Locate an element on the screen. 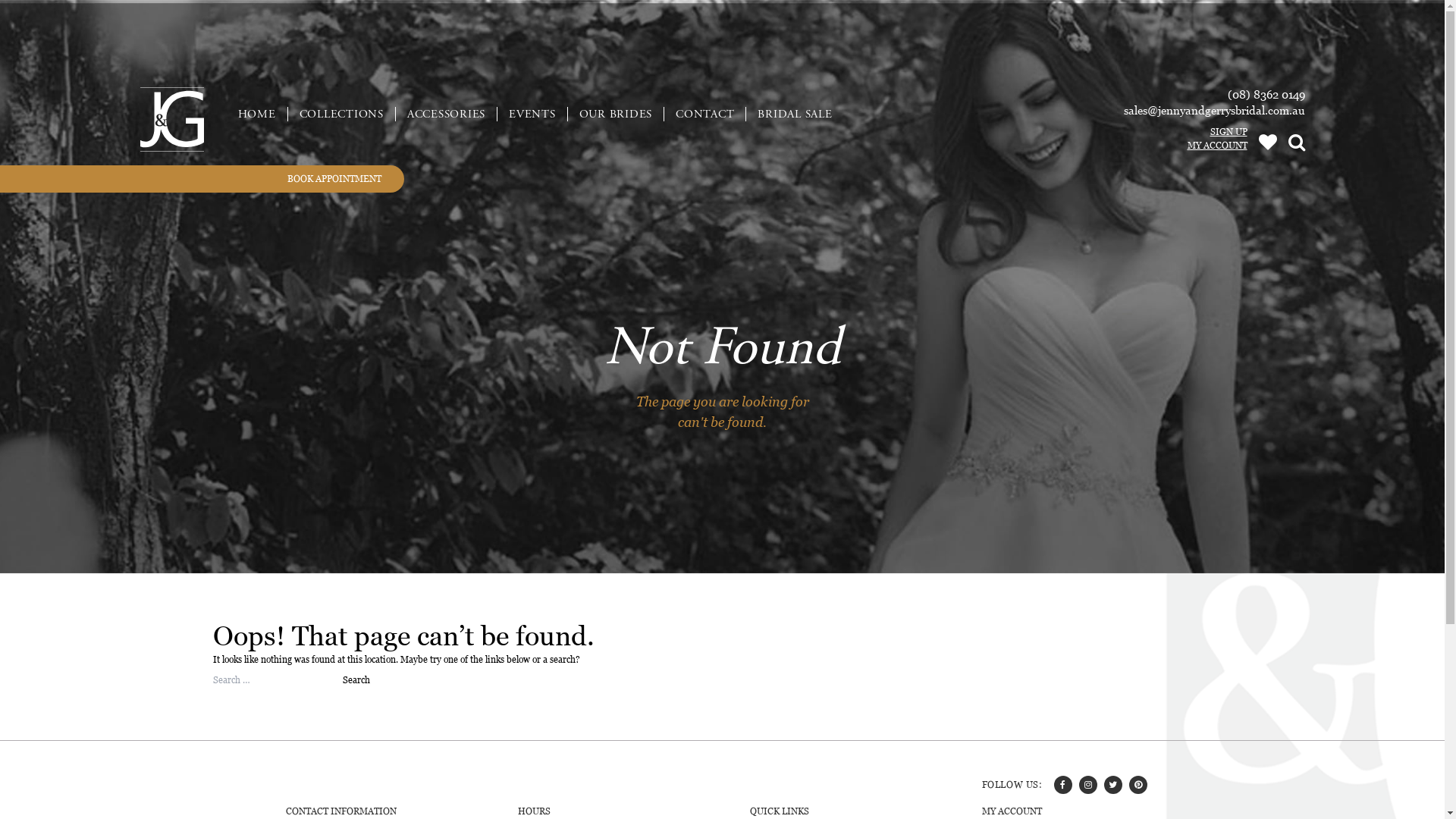  'HOME' is located at coordinates (224, 112).